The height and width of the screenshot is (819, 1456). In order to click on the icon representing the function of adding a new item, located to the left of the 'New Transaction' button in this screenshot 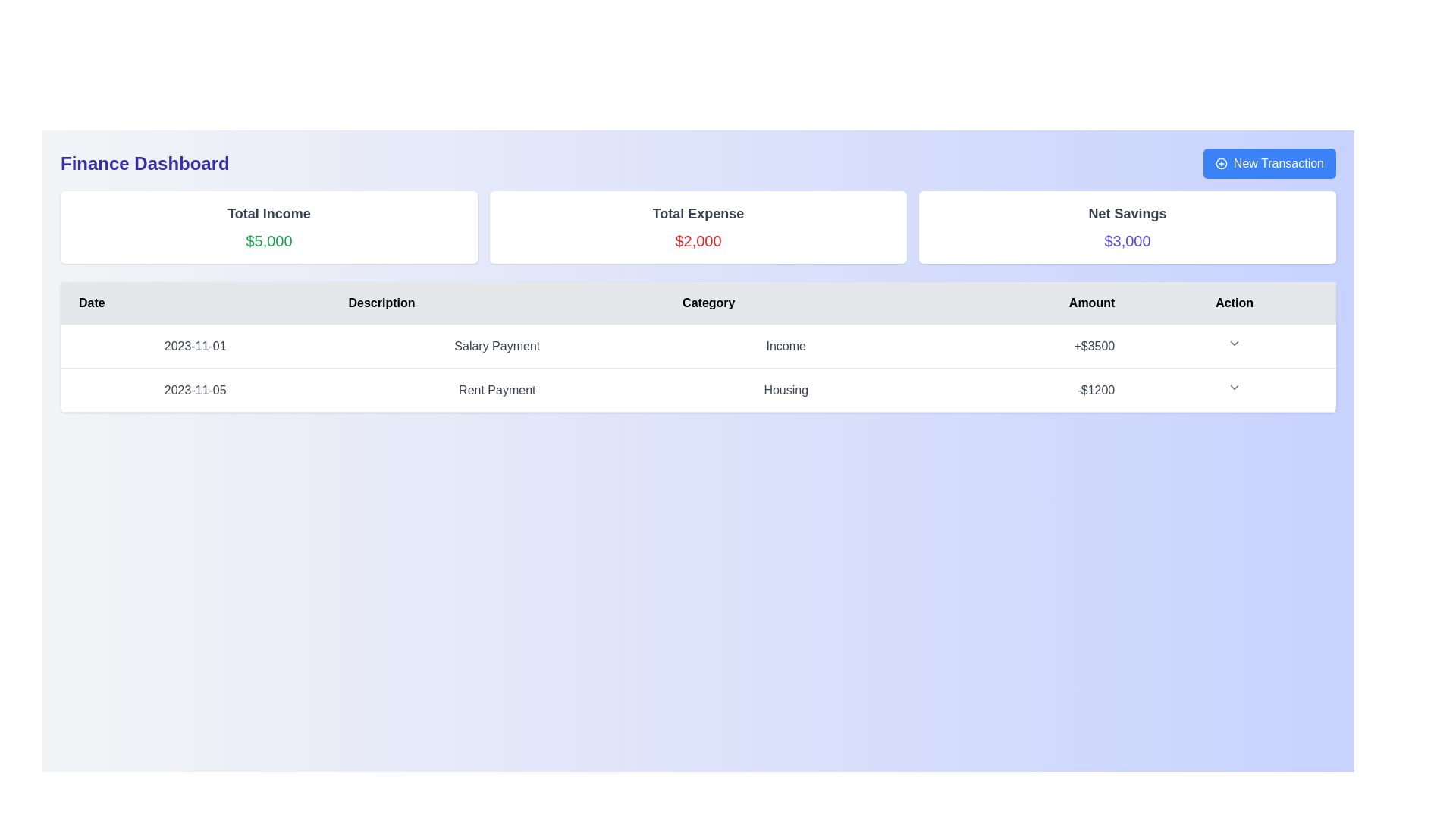, I will do `click(1221, 164)`.